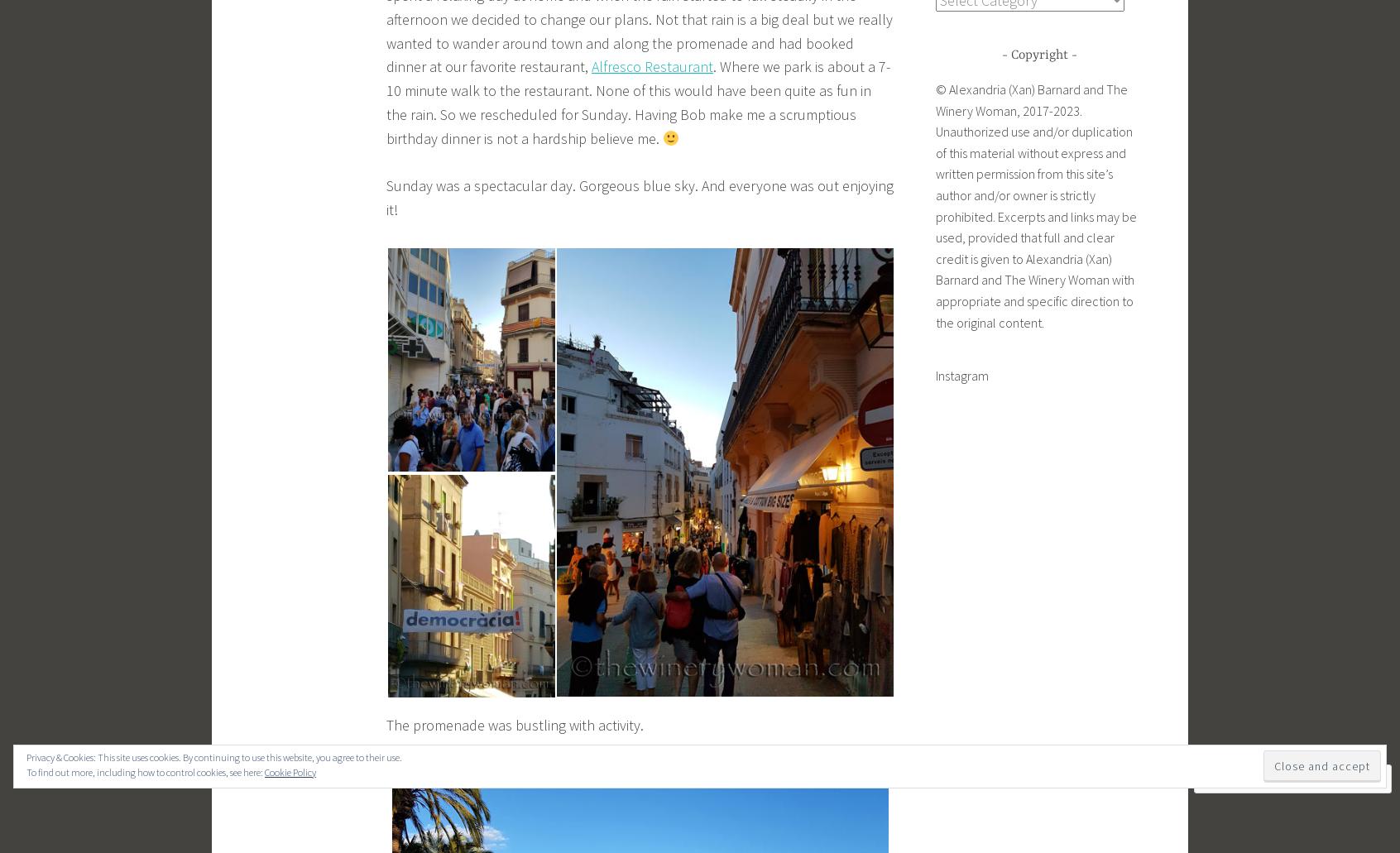 The height and width of the screenshot is (853, 1400). What do you see at coordinates (1038, 54) in the screenshot?
I see `'Copyright'` at bounding box center [1038, 54].